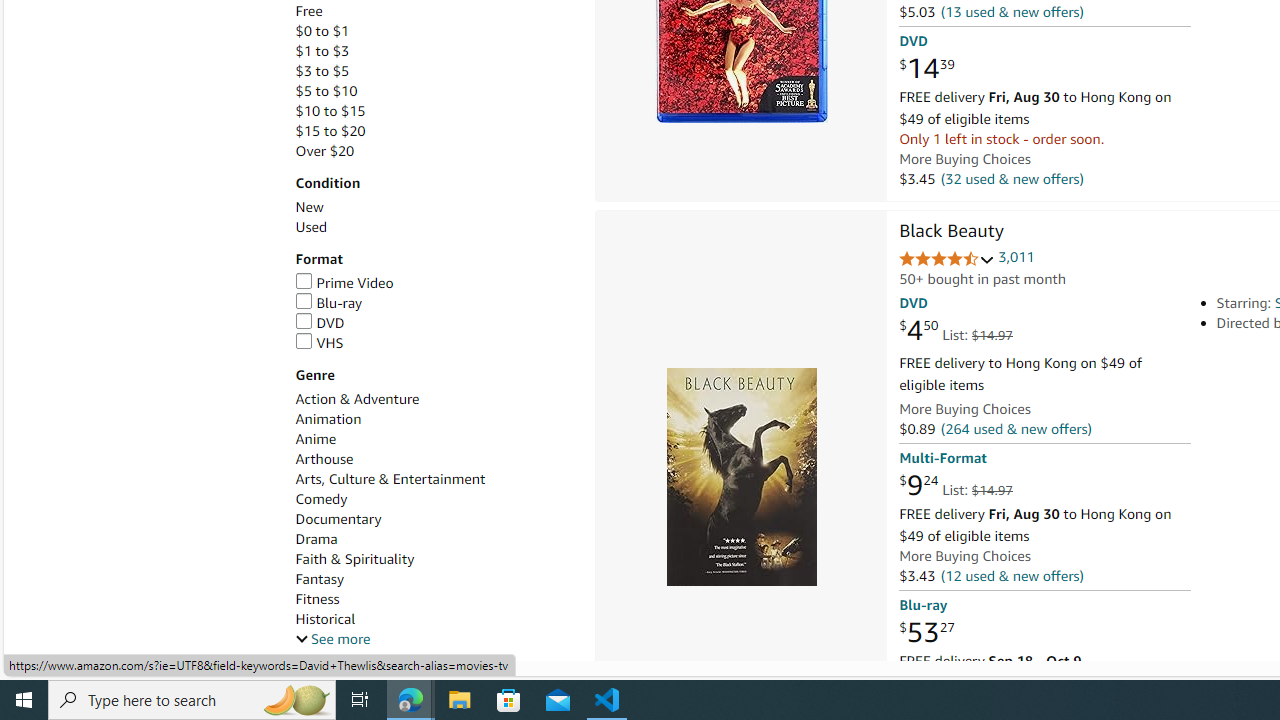 The image size is (1280, 720). What do you see at coordinates (433, 418) in the screenshot?
I see `'Animation'` at bounding box center [433, 418].